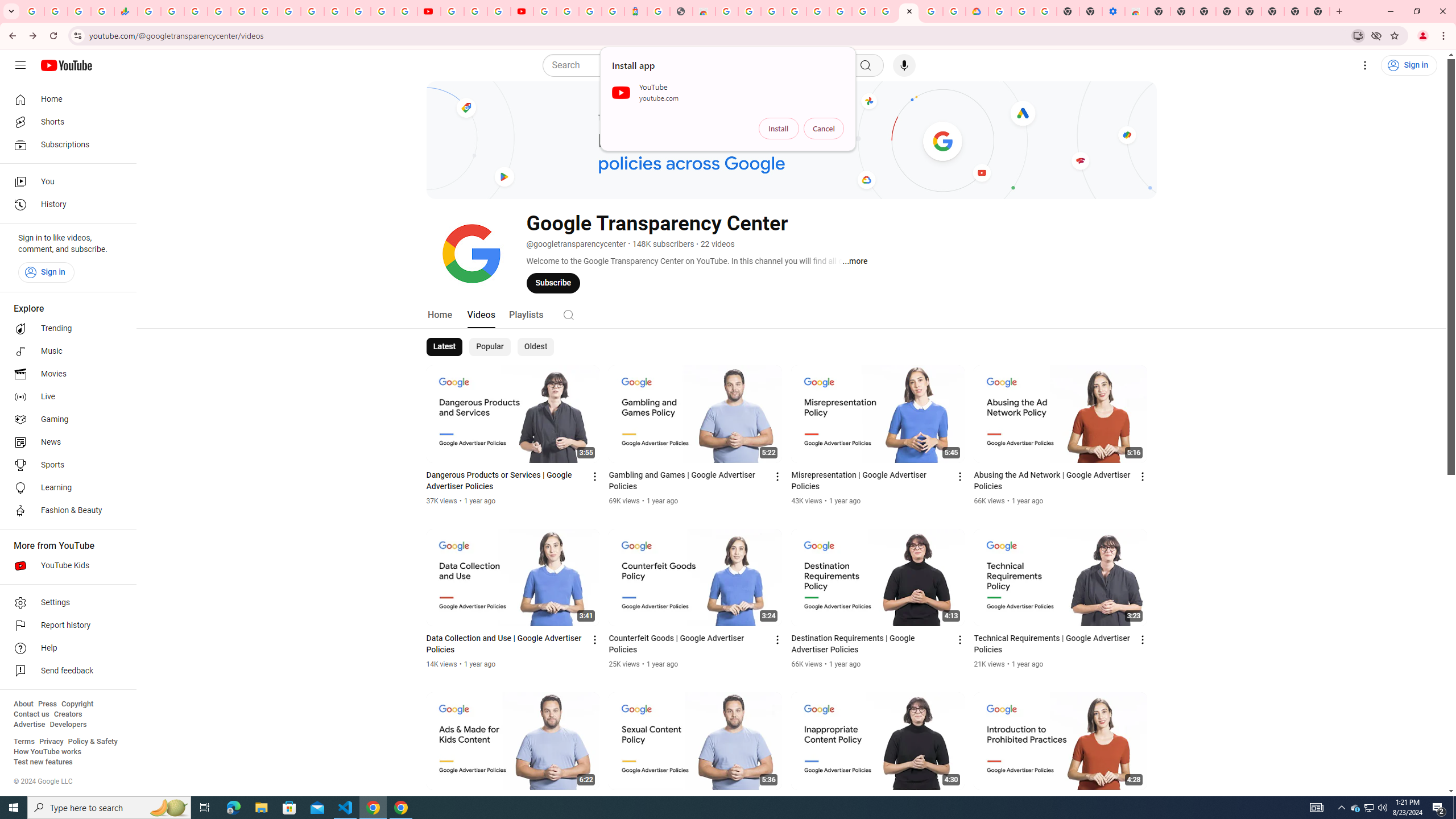 This screenshot has height=819, width=1456. What do you see at coordinates (76, 704) in the screenshot?
I see `'Copyright'` at bounding box center [76, 704].